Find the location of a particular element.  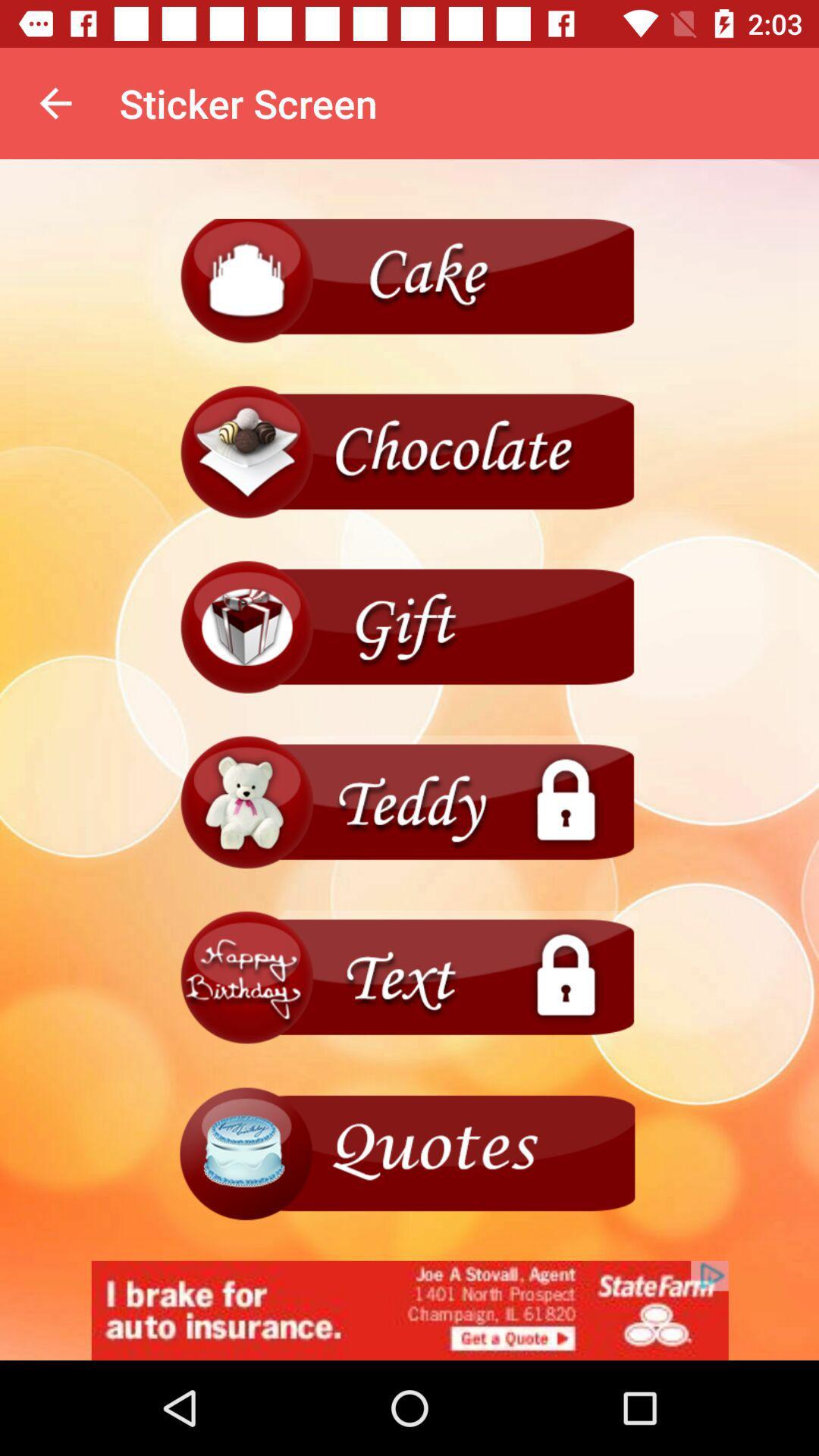

see stickers in chocolate category is located at coordinates (409, 451).